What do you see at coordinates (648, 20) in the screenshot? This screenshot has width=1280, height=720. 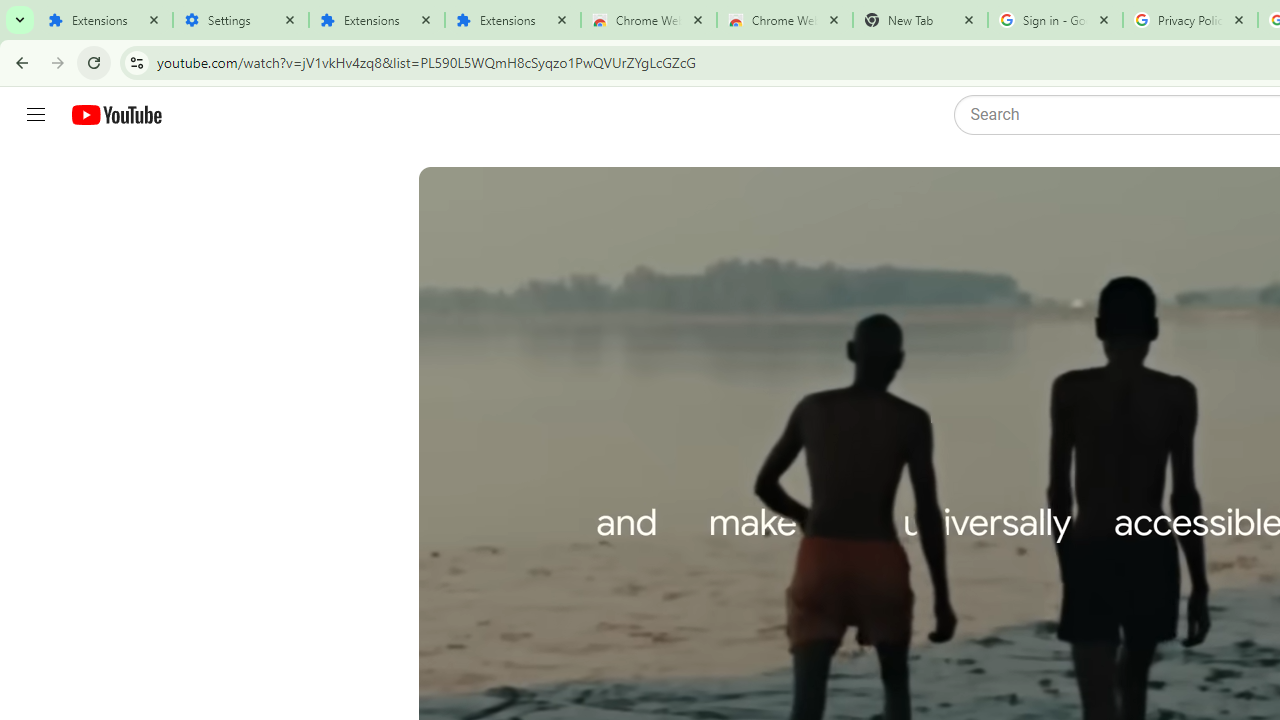 I see `'Chrome Web Store'` at bounding box center [648, 20].